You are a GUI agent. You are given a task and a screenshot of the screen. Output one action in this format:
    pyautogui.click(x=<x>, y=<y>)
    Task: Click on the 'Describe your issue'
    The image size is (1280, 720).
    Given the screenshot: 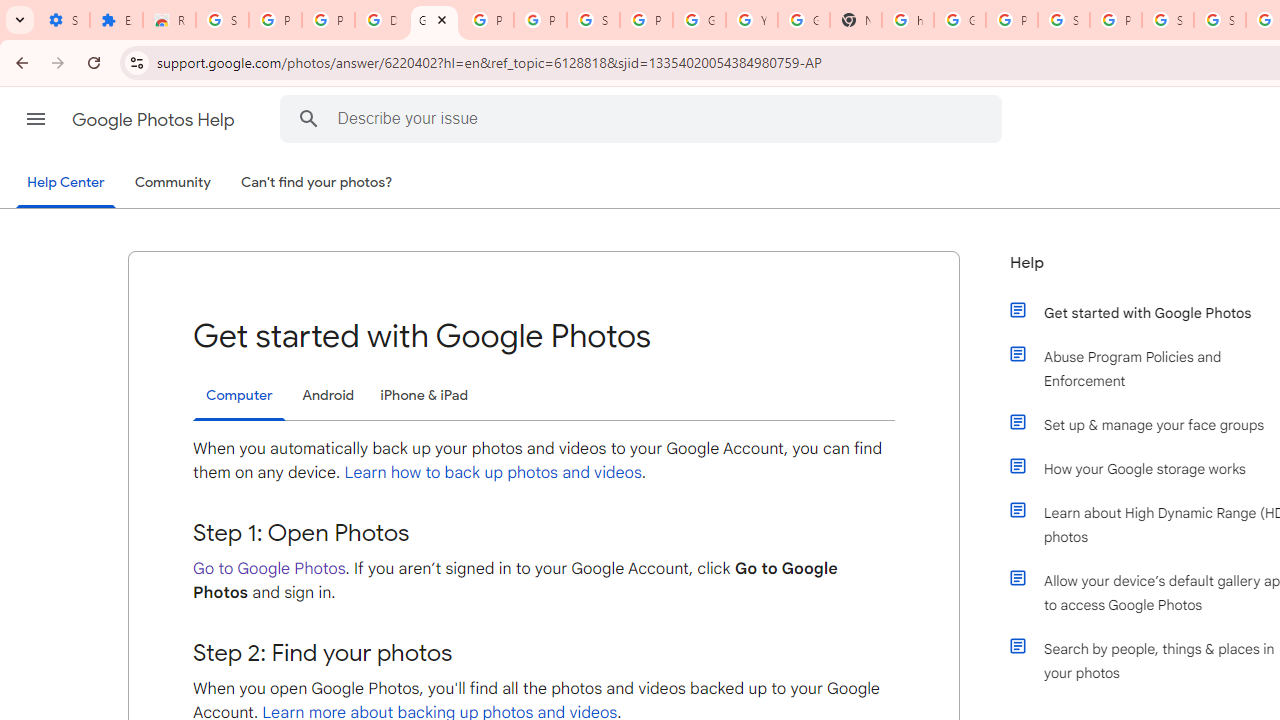 What is the action you would take?
    pyautogui.click(x=645, y=118)
    